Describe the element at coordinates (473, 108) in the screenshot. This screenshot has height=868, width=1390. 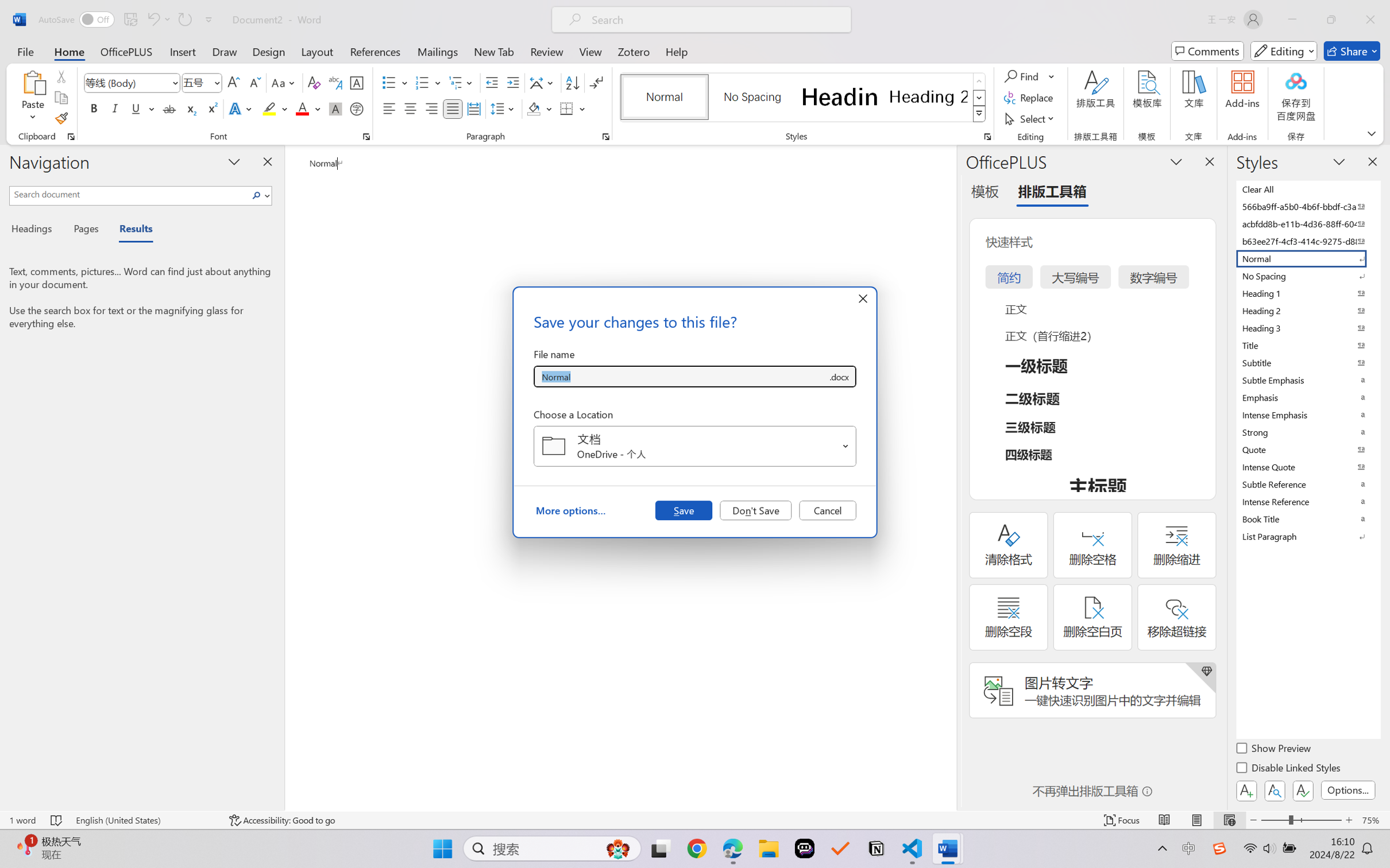
I see `'Distributed'` at that location.